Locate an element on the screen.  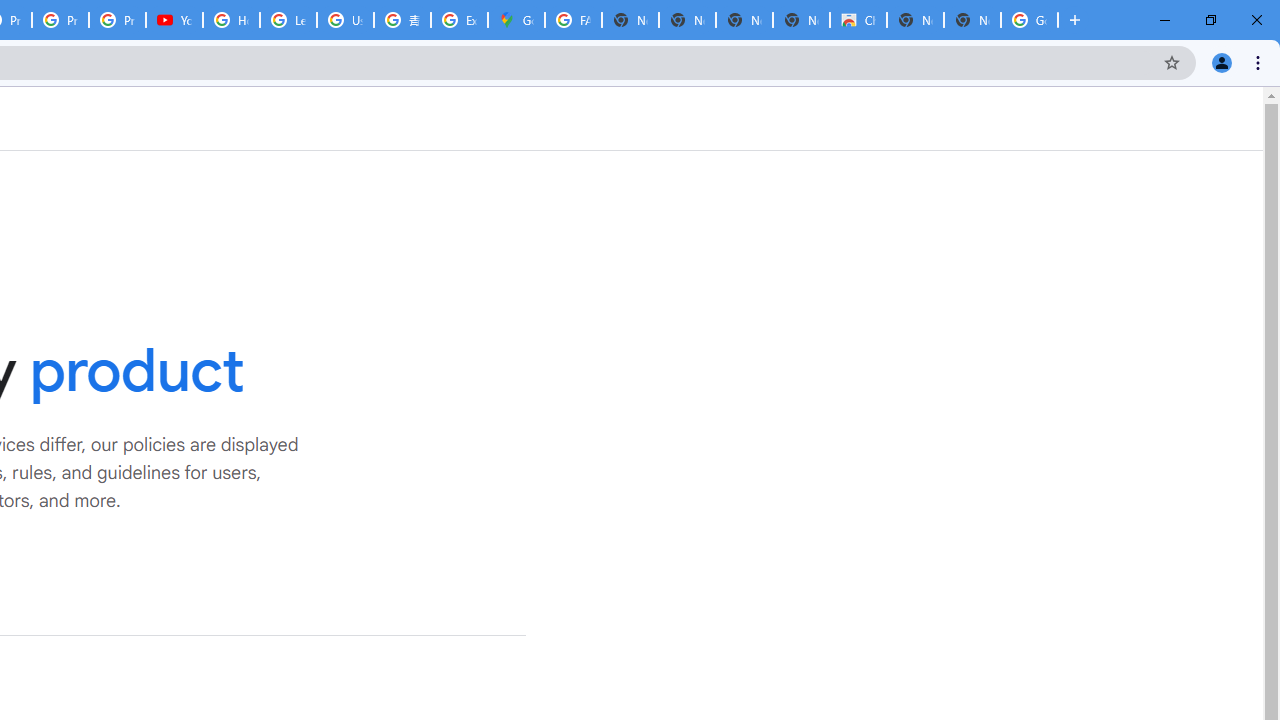
'Privacy Checkup' is located at coordinates (60, 20).